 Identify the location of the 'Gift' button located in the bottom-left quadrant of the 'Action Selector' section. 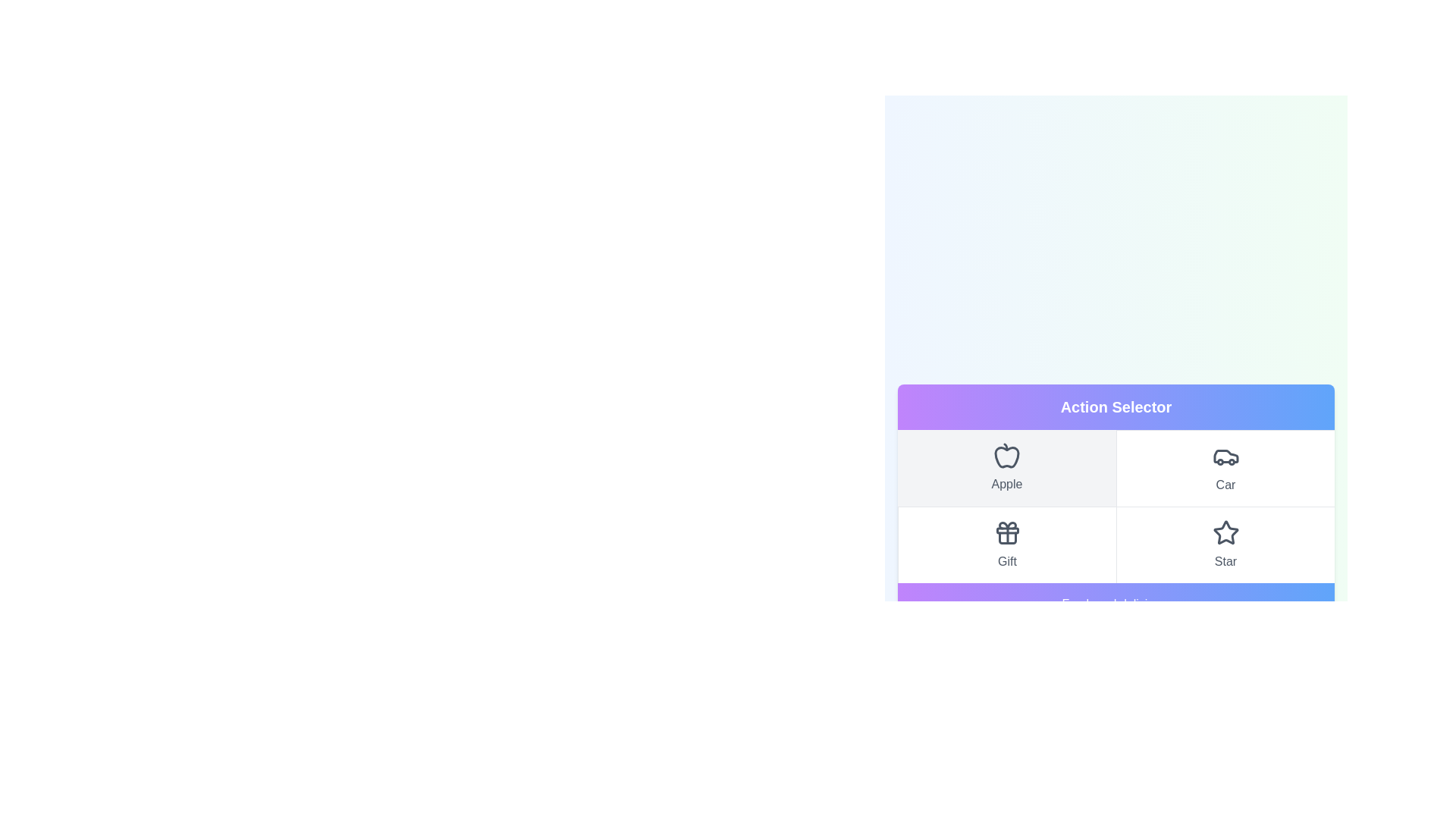
(1007, 544).